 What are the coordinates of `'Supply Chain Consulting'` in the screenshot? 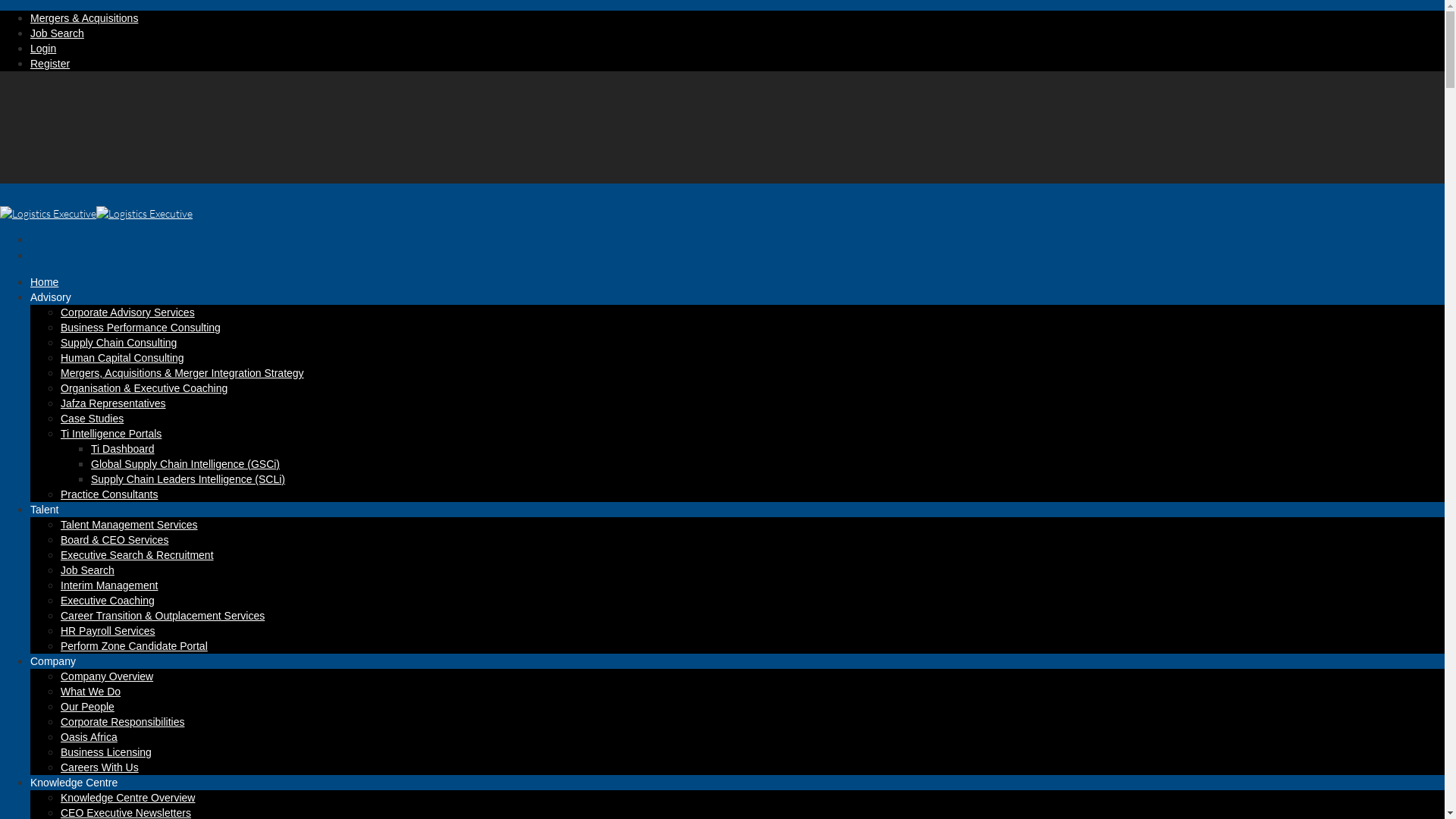 It's located at (61, 342).